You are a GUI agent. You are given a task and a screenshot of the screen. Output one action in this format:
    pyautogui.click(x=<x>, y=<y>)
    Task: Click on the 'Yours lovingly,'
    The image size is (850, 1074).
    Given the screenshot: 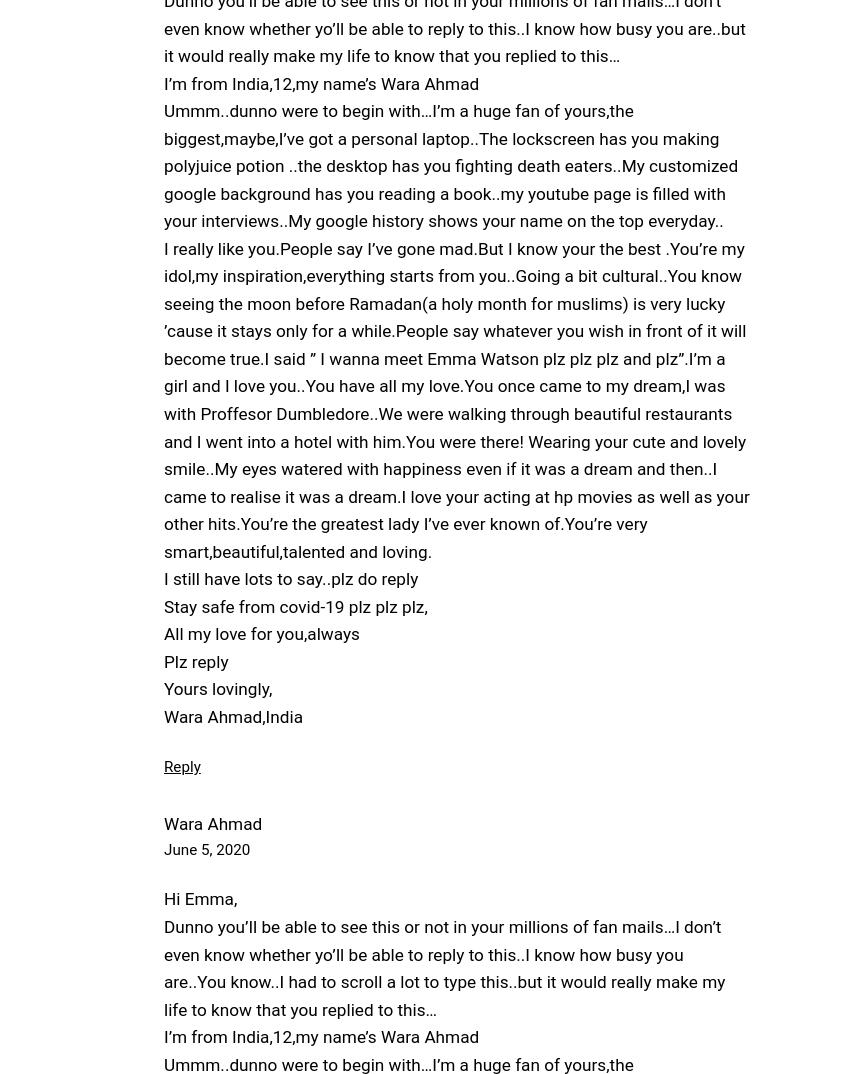 What is the action you would take?
    pyautogui.click(x=163, y=687)
    